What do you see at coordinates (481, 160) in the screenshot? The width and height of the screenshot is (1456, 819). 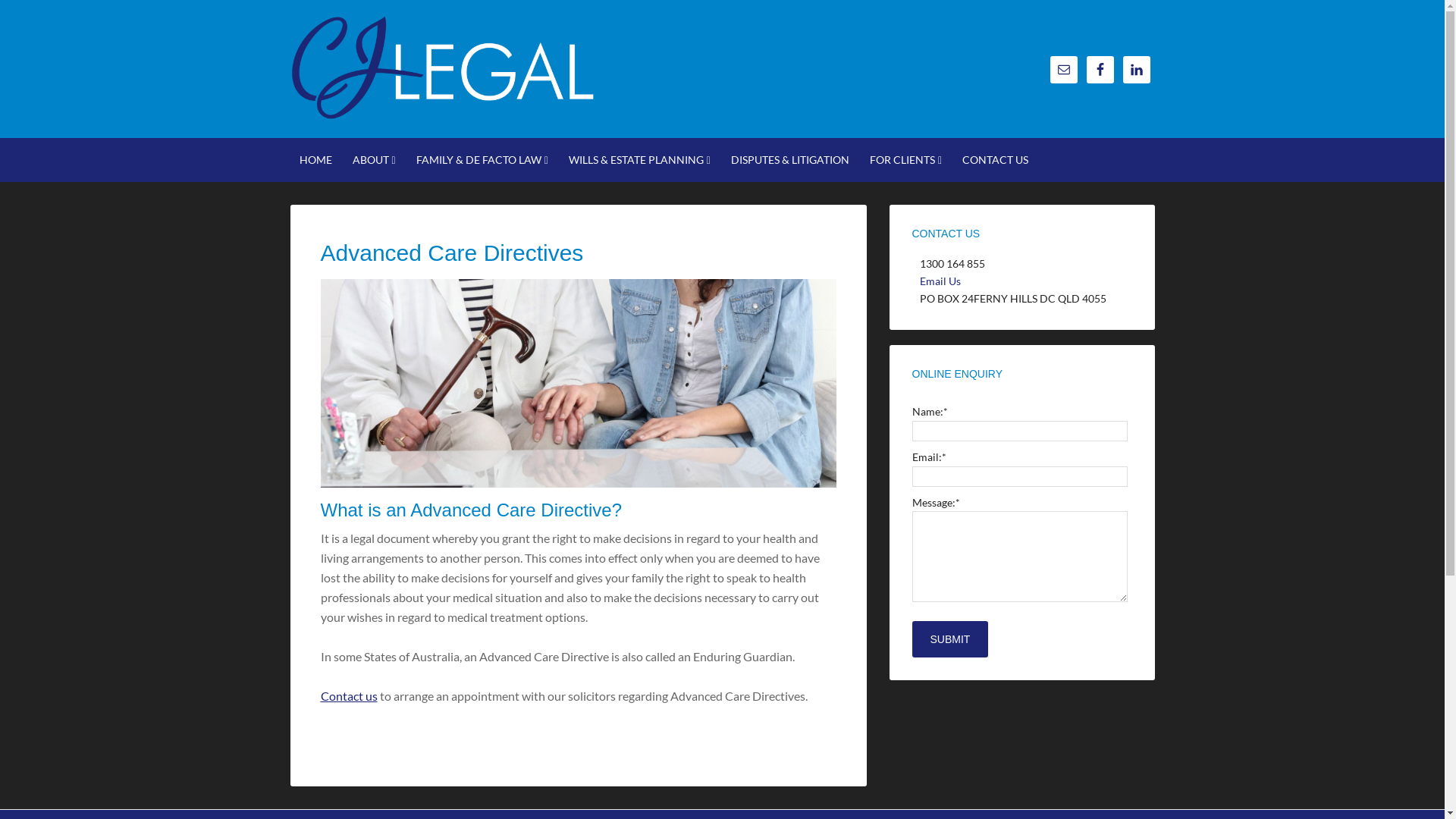 I see `'FAMILY & DE FACTO LAW'` at bounding box center [481, 160].